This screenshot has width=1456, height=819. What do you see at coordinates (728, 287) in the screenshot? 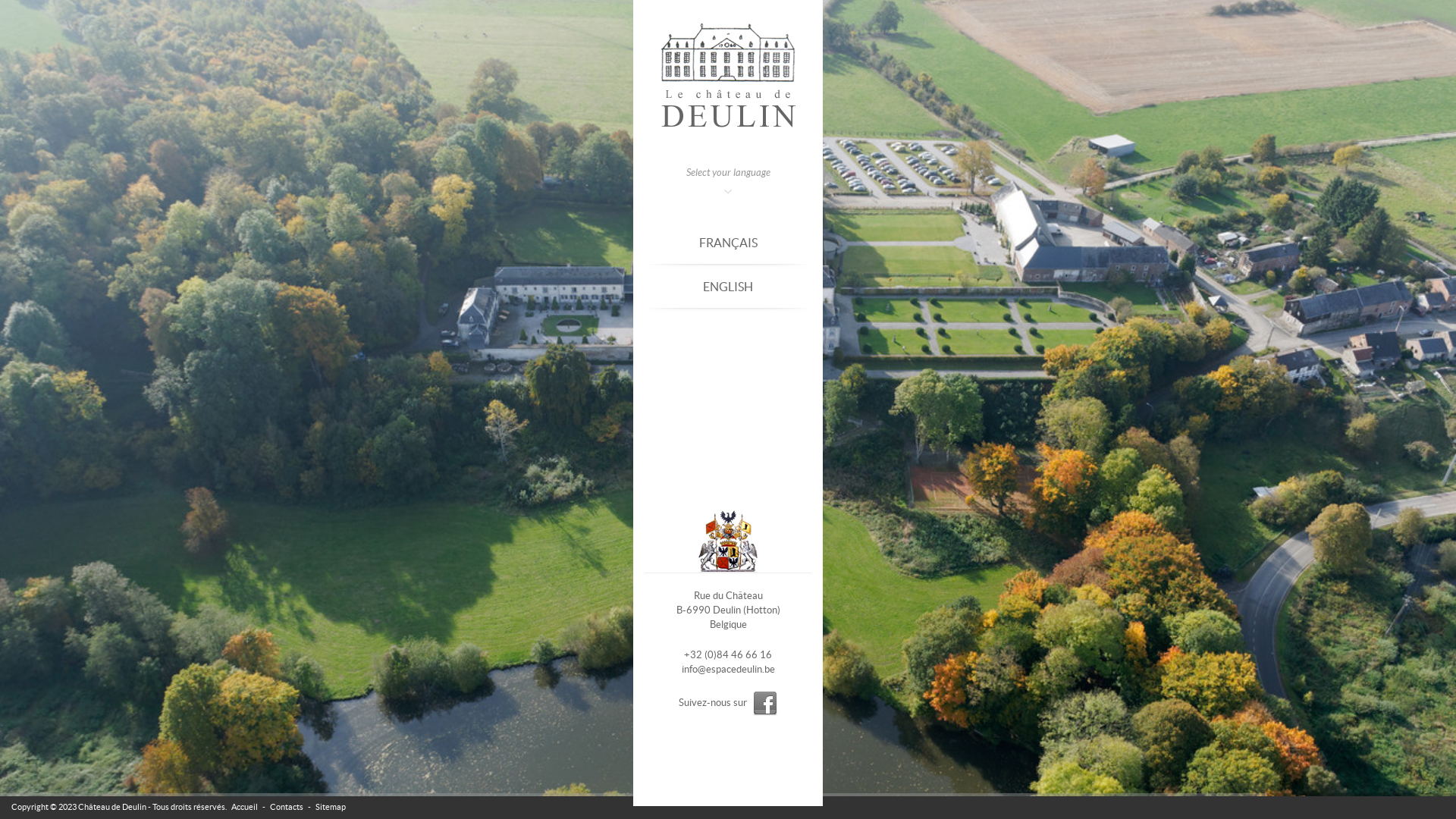
I see `'ENGLISH'` at bounding box center [728, 287].